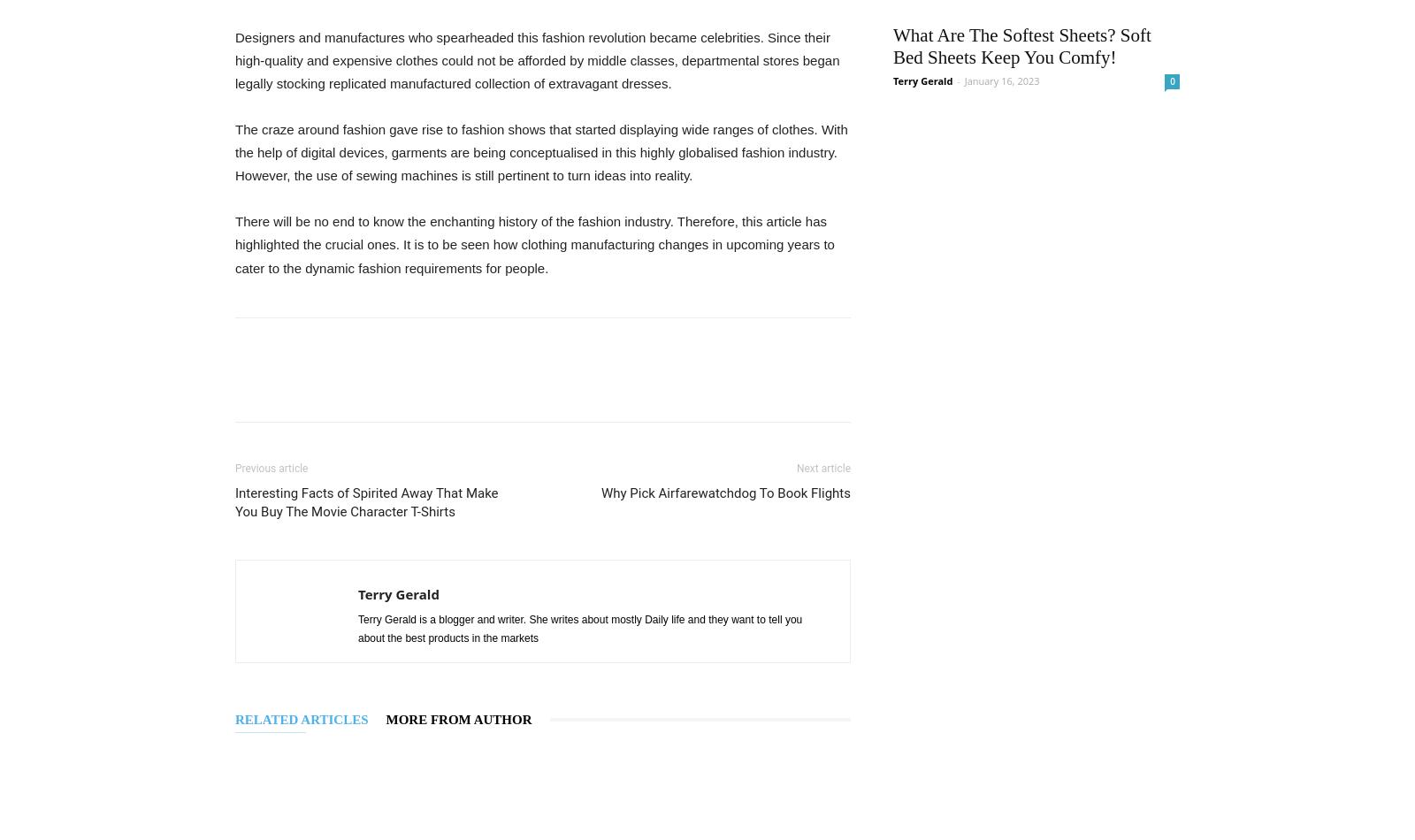 The height and width of the screenshot is (840, 1415). Describe the element at coordinates (1001, 80) in the screenshot. I see `'January 16, 2023'` at that location.